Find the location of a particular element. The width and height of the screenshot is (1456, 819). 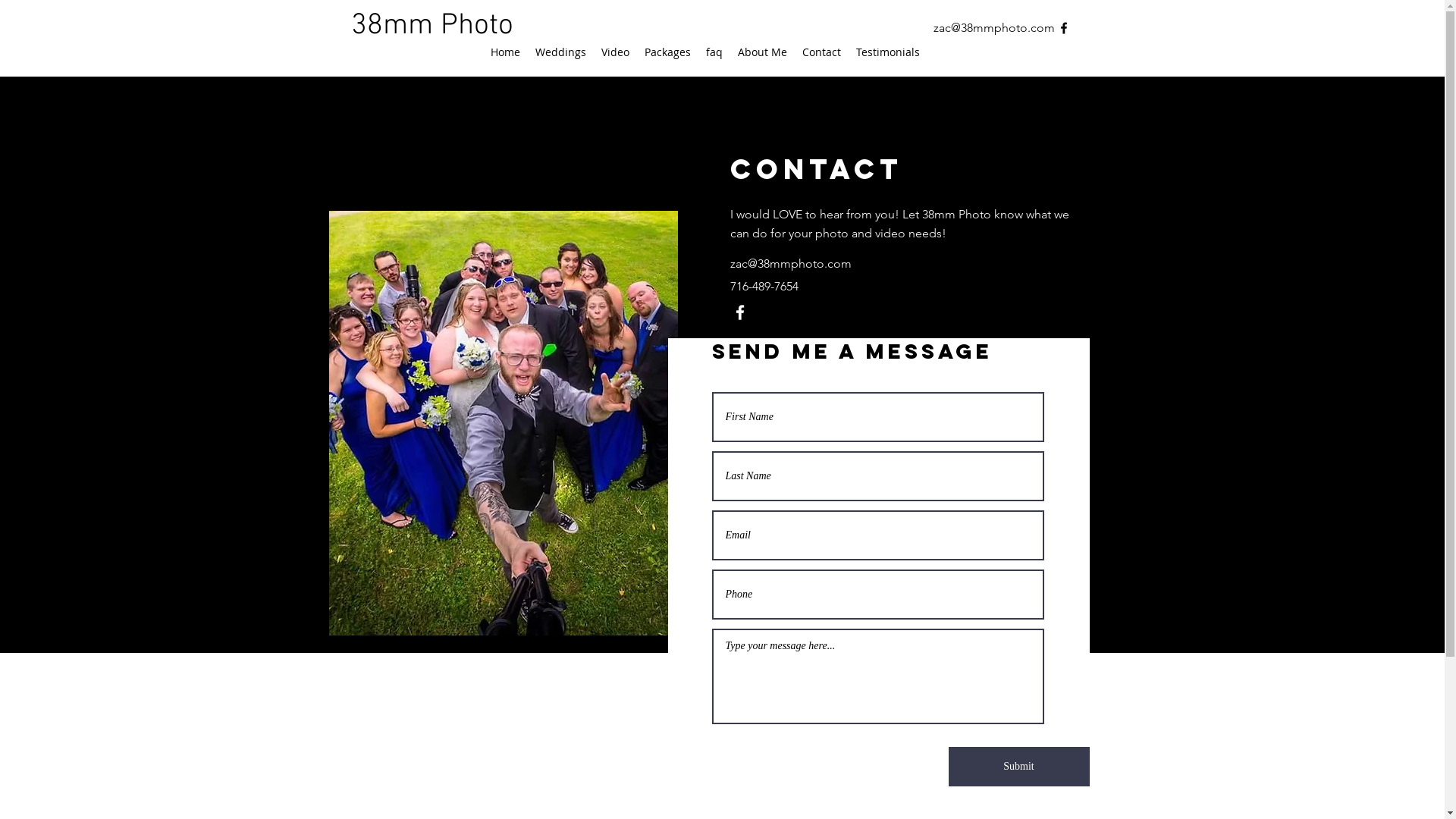

'Contact' is located at coordinates (821, 52).